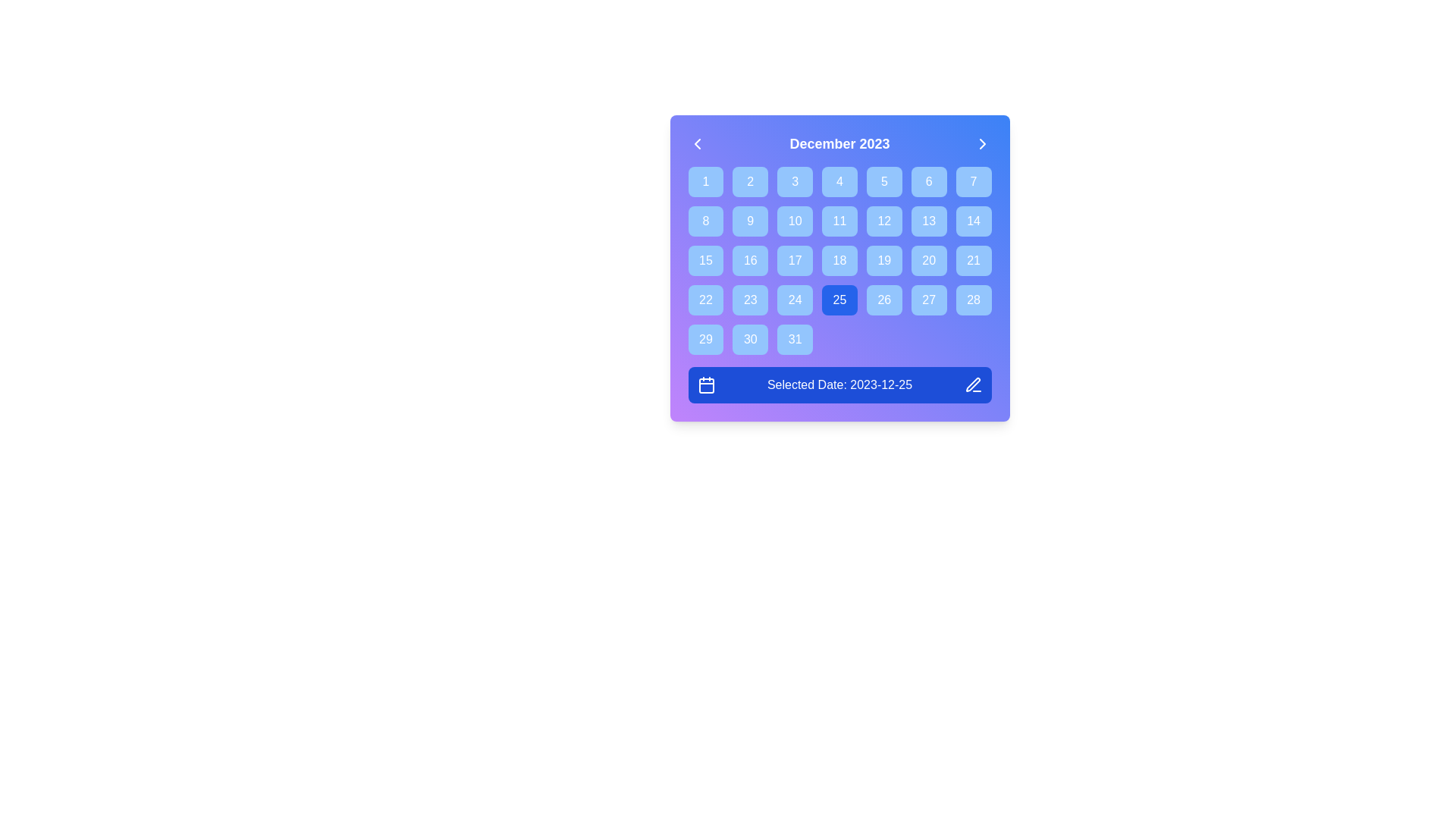 The width and height of the screenshot is (1456, 819). What do you see at coordinates (928, 180) in the screenshot?
I see `the button displaying the number '6' with a light-blue background, located in the upper portion of the calendar interface for December 2023` at bounding box center [928, 180].